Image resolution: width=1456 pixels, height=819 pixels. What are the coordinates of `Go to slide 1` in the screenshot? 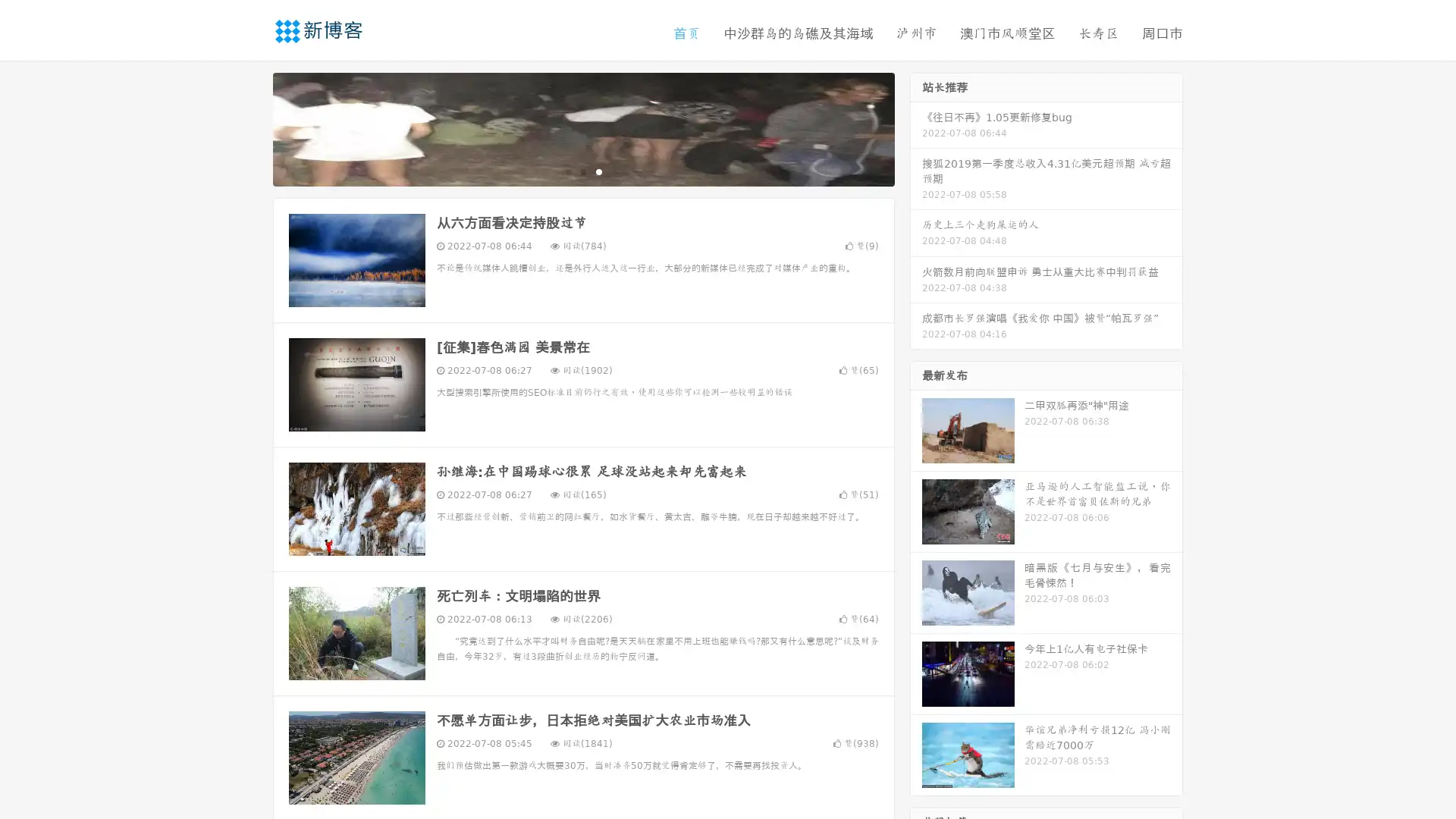 It's located at (567, 171).